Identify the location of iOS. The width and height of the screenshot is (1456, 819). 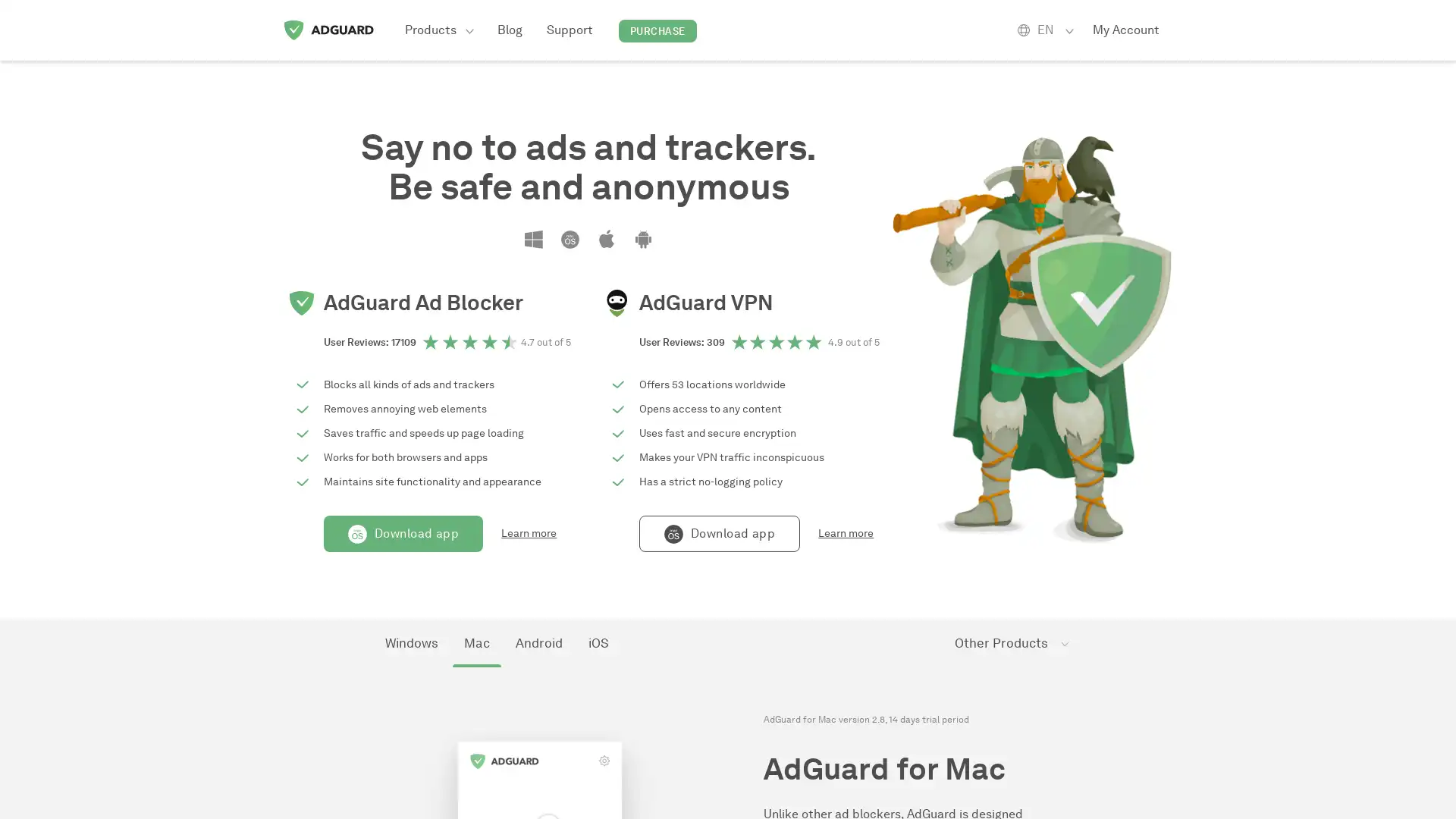
(598, 643).